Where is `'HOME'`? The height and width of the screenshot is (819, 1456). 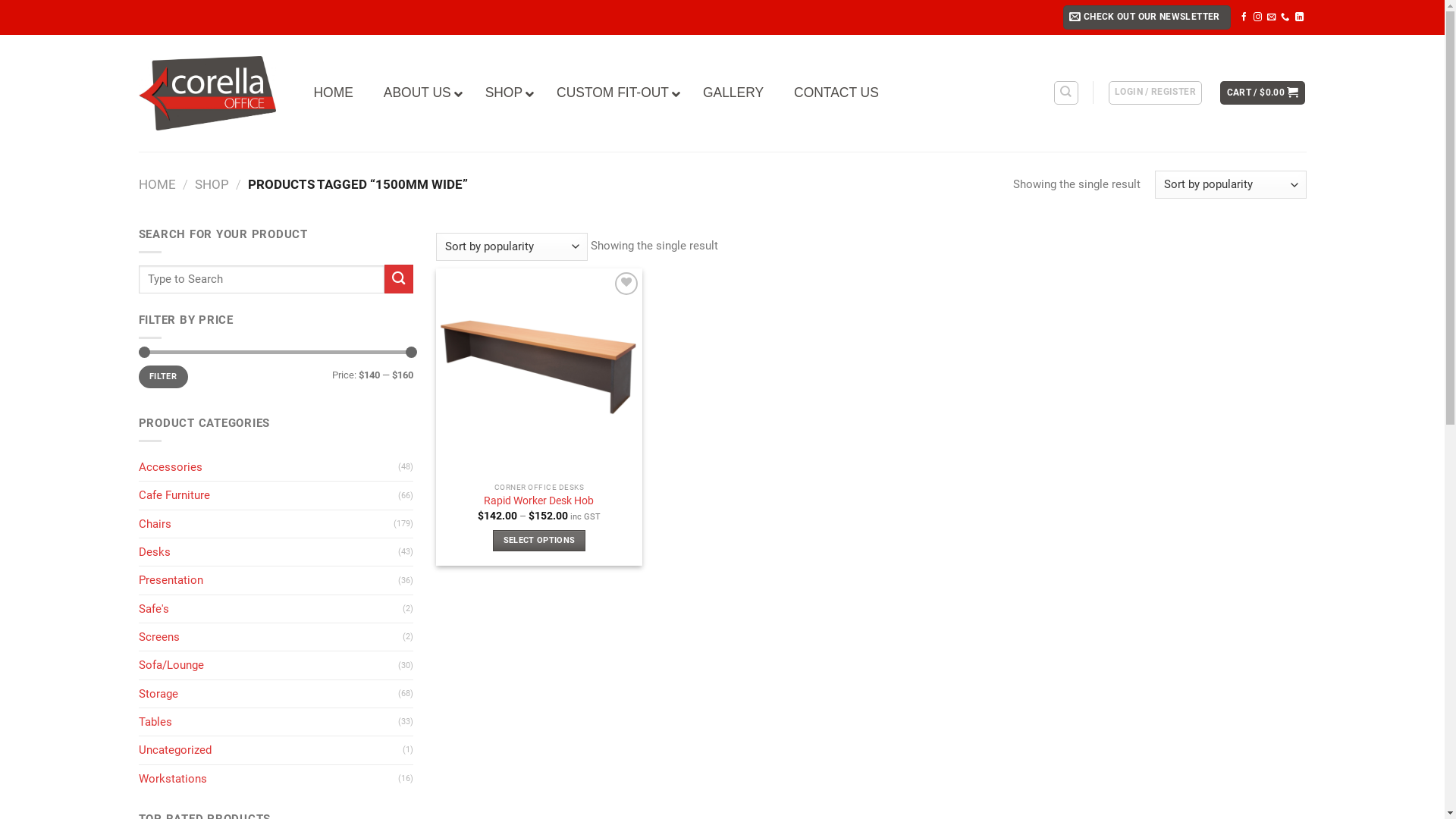 'HOME' is located at coordinates (156, 184).